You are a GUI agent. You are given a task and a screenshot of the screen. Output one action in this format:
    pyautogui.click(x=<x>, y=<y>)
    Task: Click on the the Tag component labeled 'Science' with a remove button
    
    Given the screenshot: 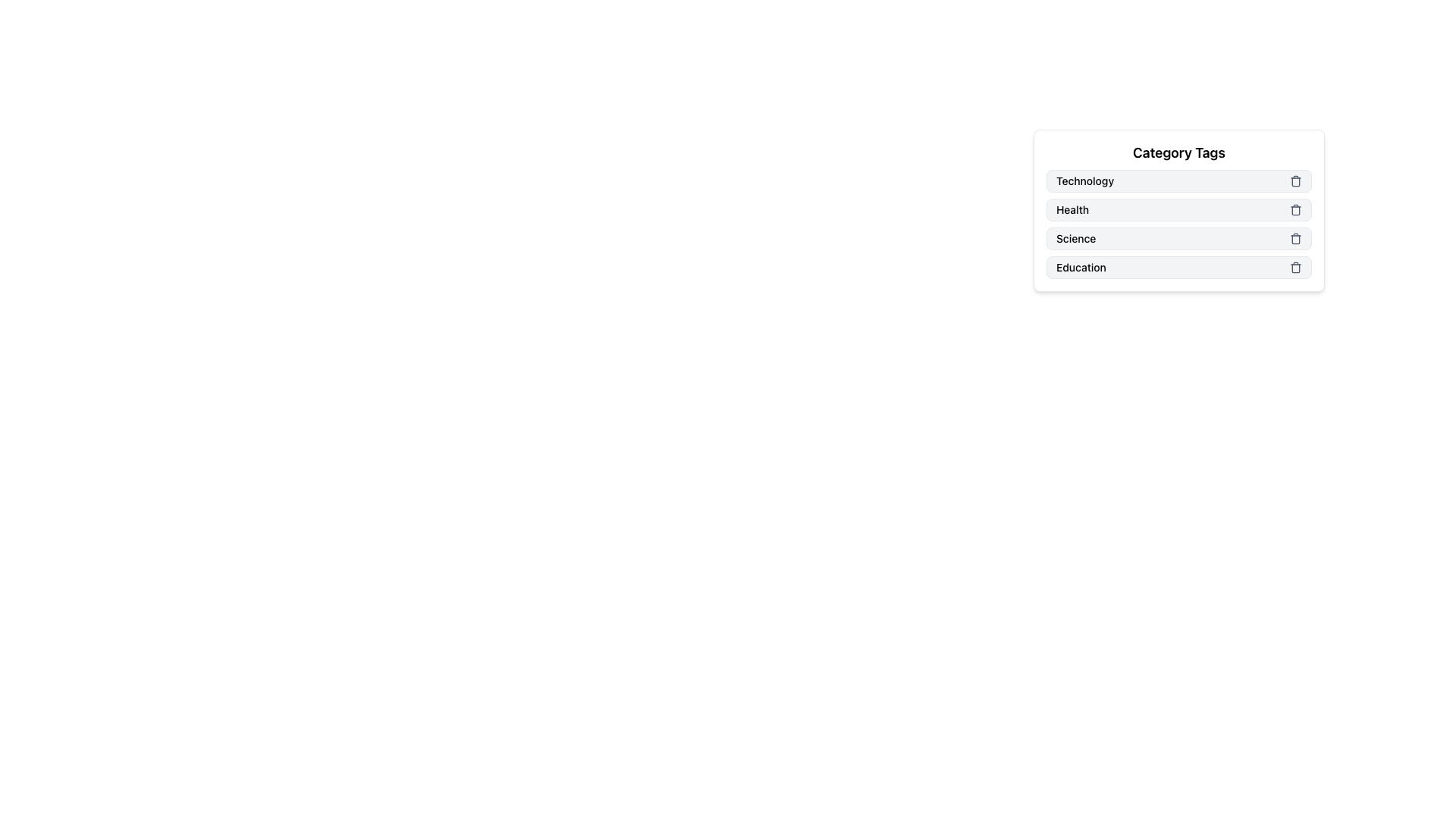 What is the action you would take?
    pyautogui.click(x=1178, y=239)
    